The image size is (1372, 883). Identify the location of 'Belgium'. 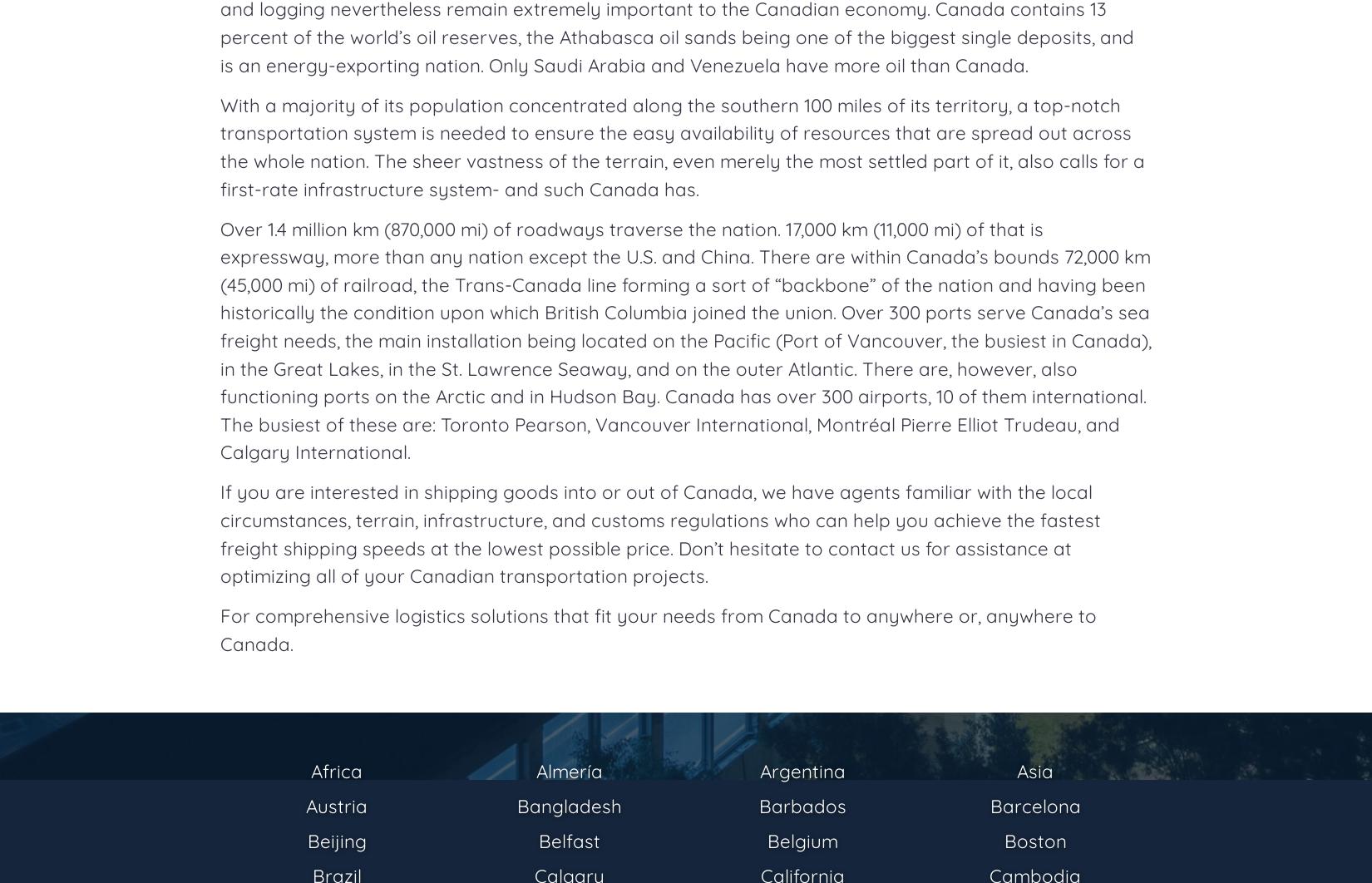
(802, 840).